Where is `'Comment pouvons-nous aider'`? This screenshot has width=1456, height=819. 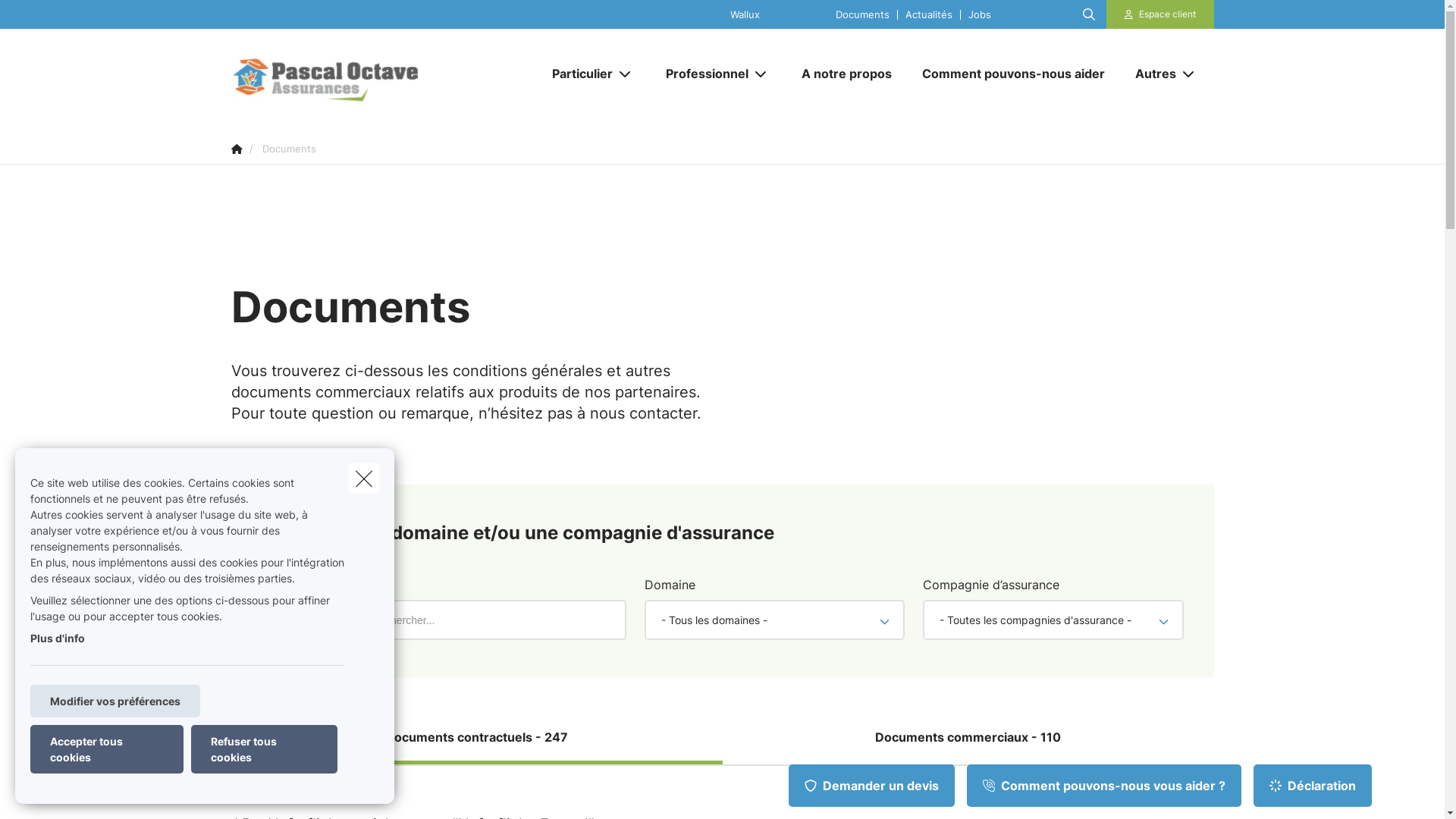 'Comment pouvons-nous aider' is located at coordinates (1013, 73).